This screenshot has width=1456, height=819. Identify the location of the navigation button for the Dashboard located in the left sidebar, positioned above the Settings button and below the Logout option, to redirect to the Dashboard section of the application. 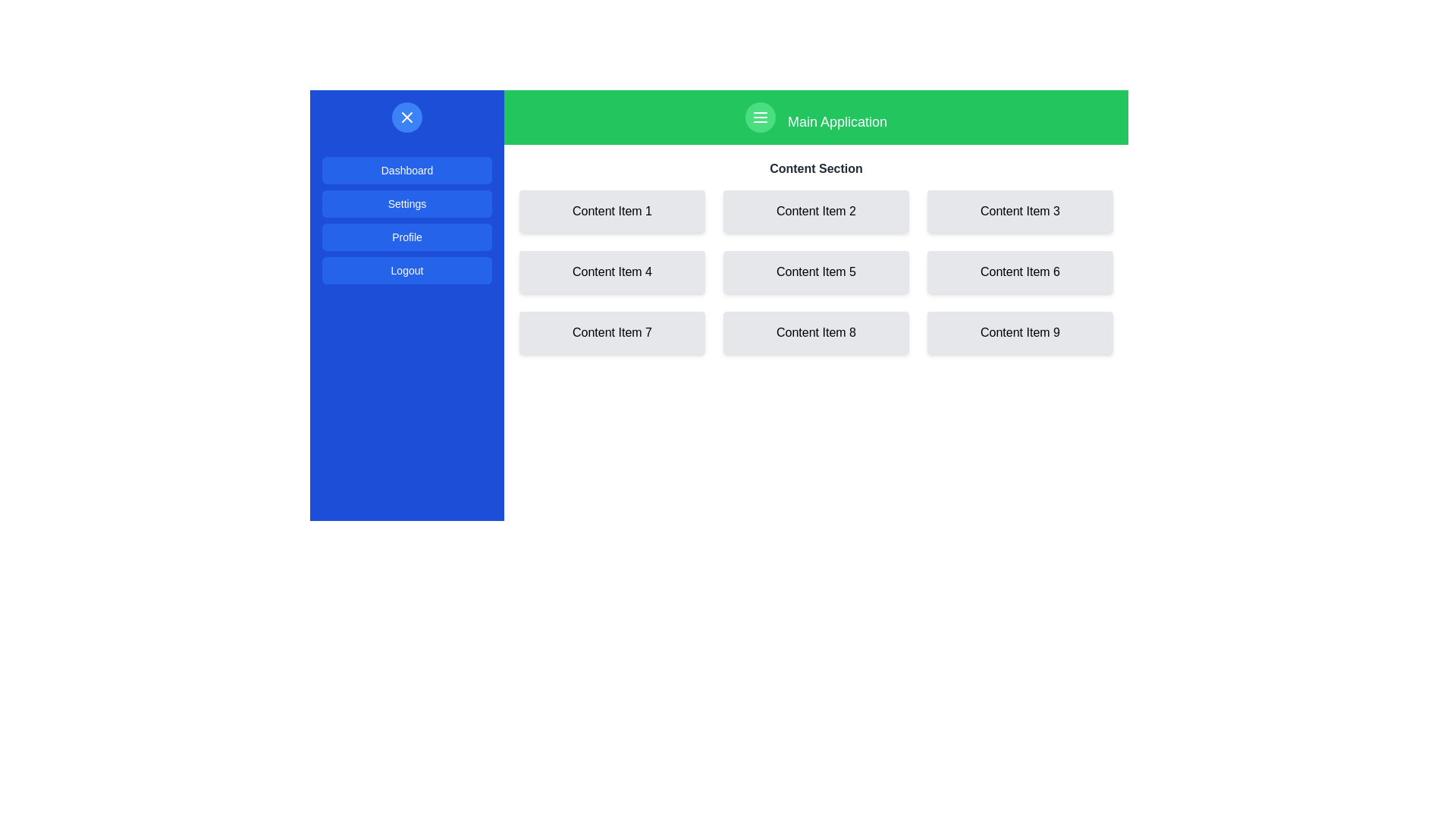
(407, 170).